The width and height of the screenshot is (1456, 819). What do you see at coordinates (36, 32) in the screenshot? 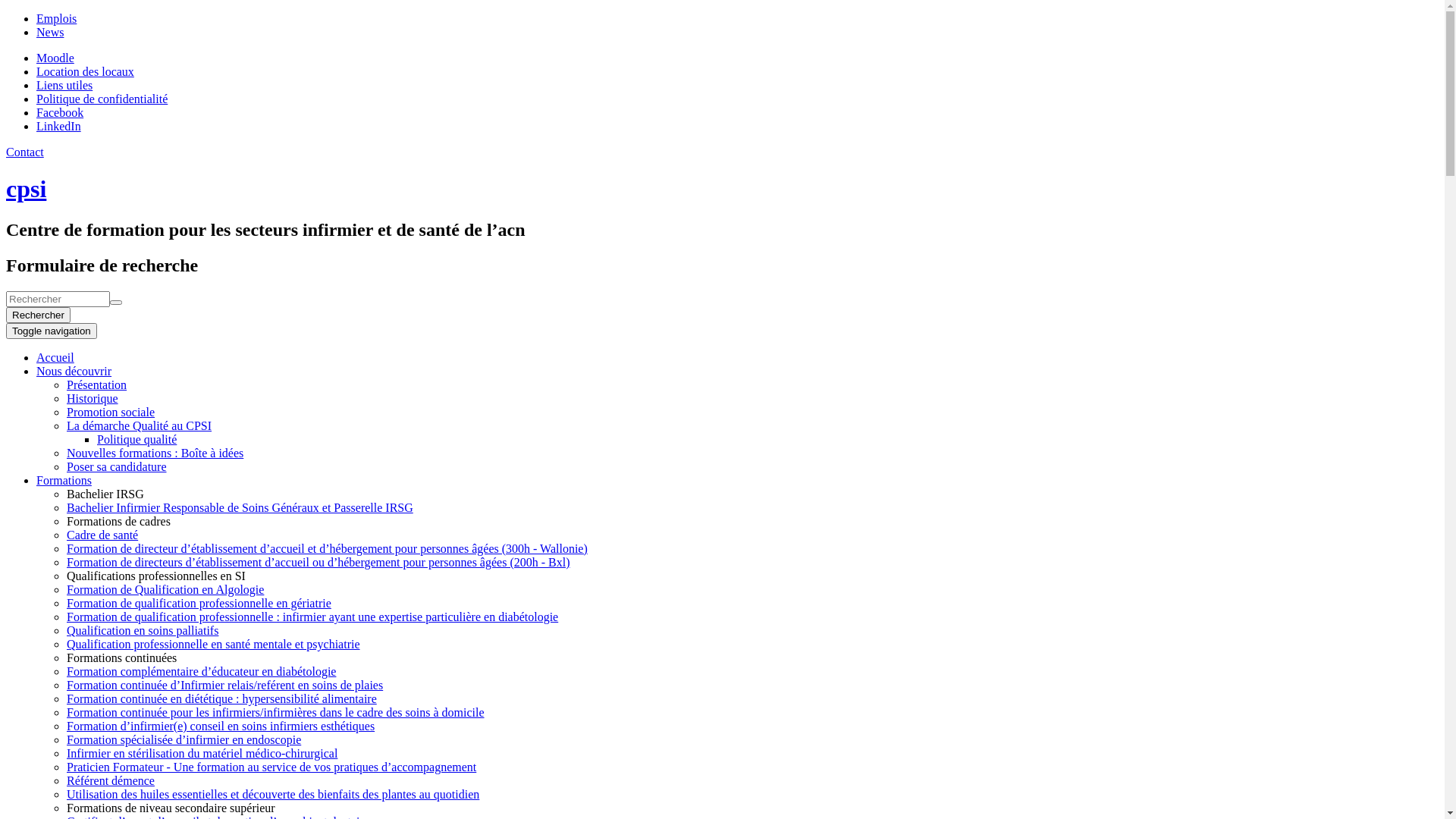
I see `'News'` at bounding box center [36, 32].